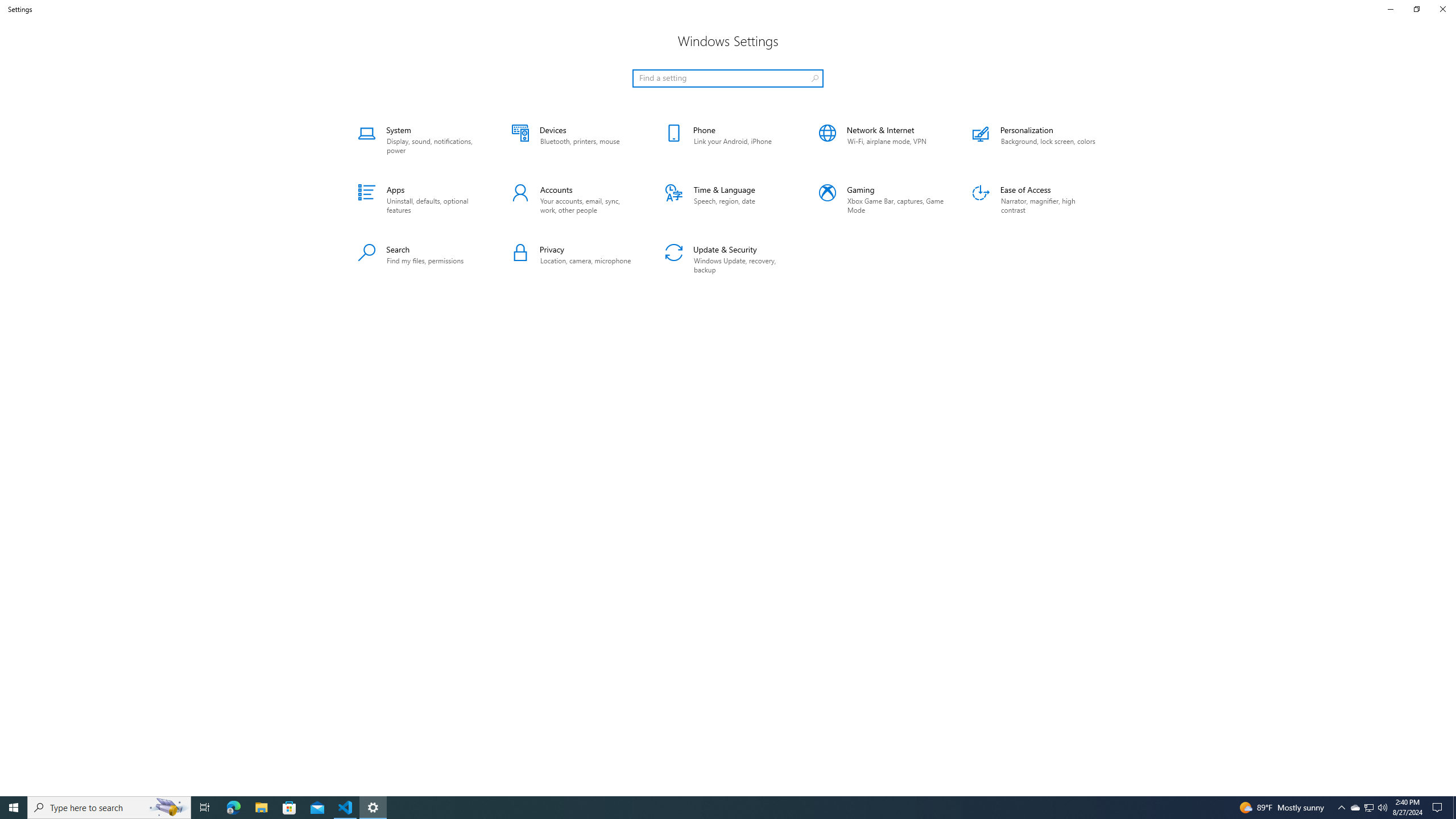 This screenshot has height=819, width=1456. Describe the element at coordinates (728, 78) in the screenshot. I see `'Search box, Find a setting'` at that location.